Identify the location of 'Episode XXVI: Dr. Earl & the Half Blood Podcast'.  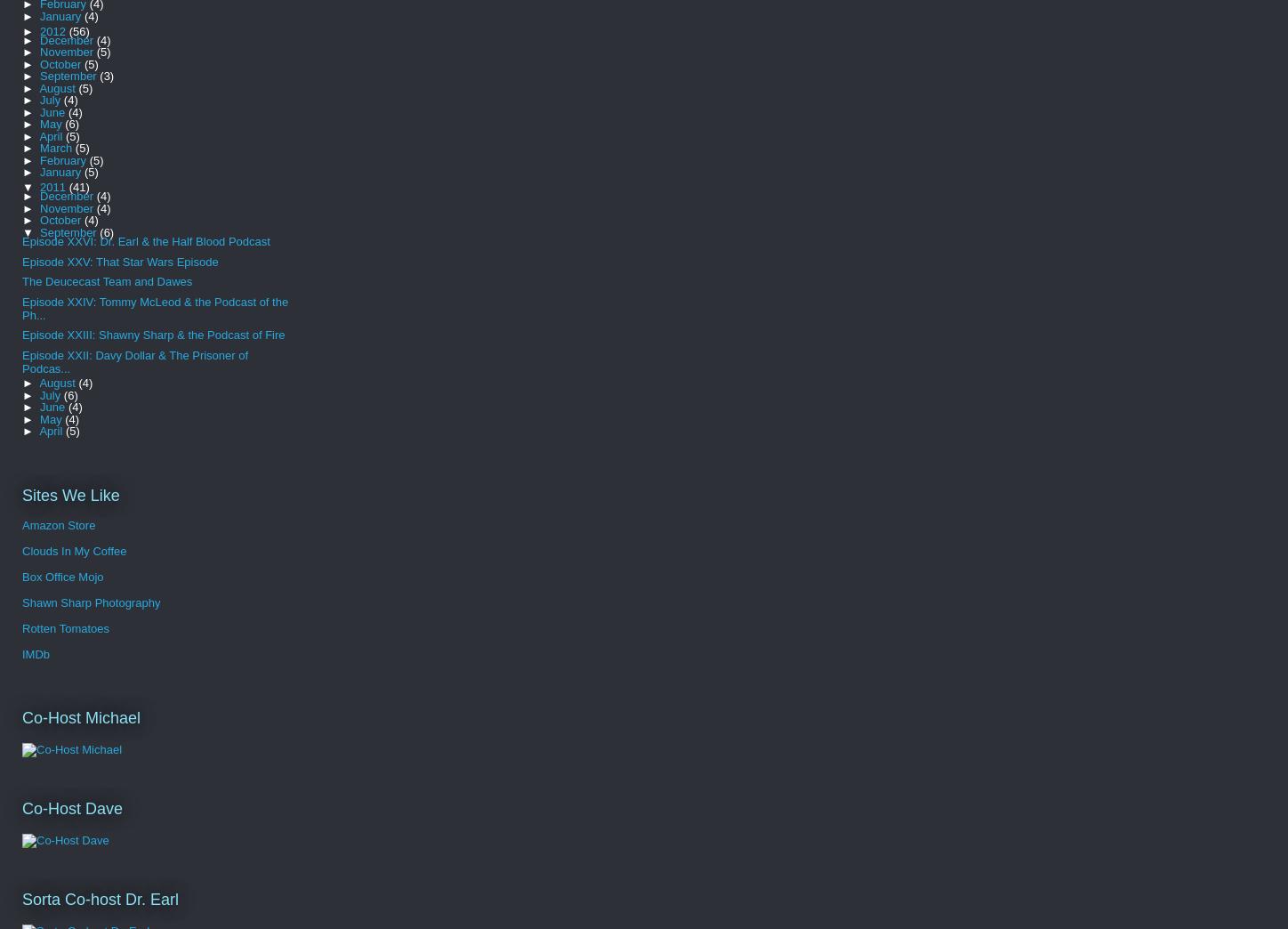
(22, 240).